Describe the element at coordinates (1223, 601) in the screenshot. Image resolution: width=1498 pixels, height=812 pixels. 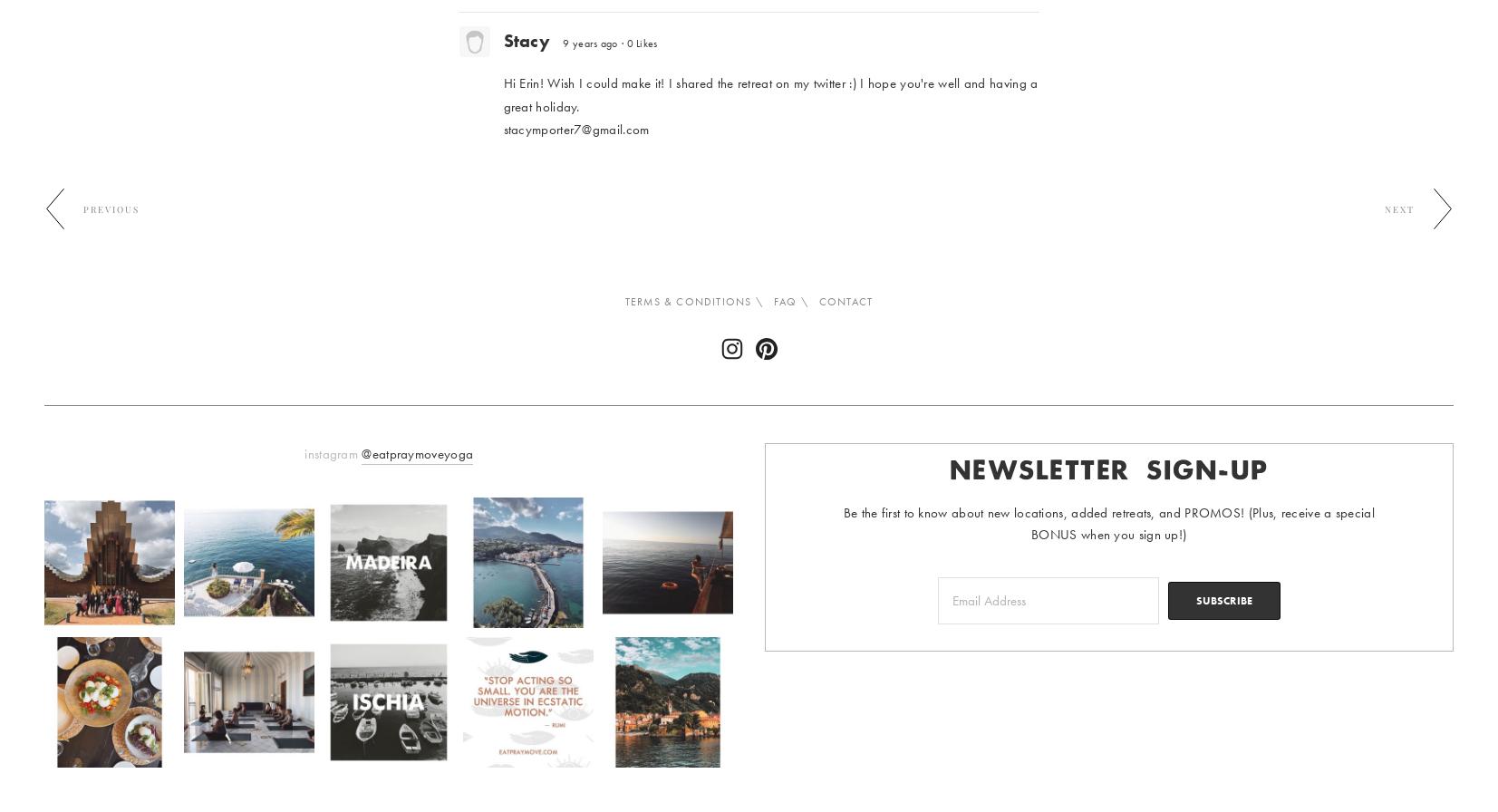
I see `'SUBSCRIBE'` at that location.